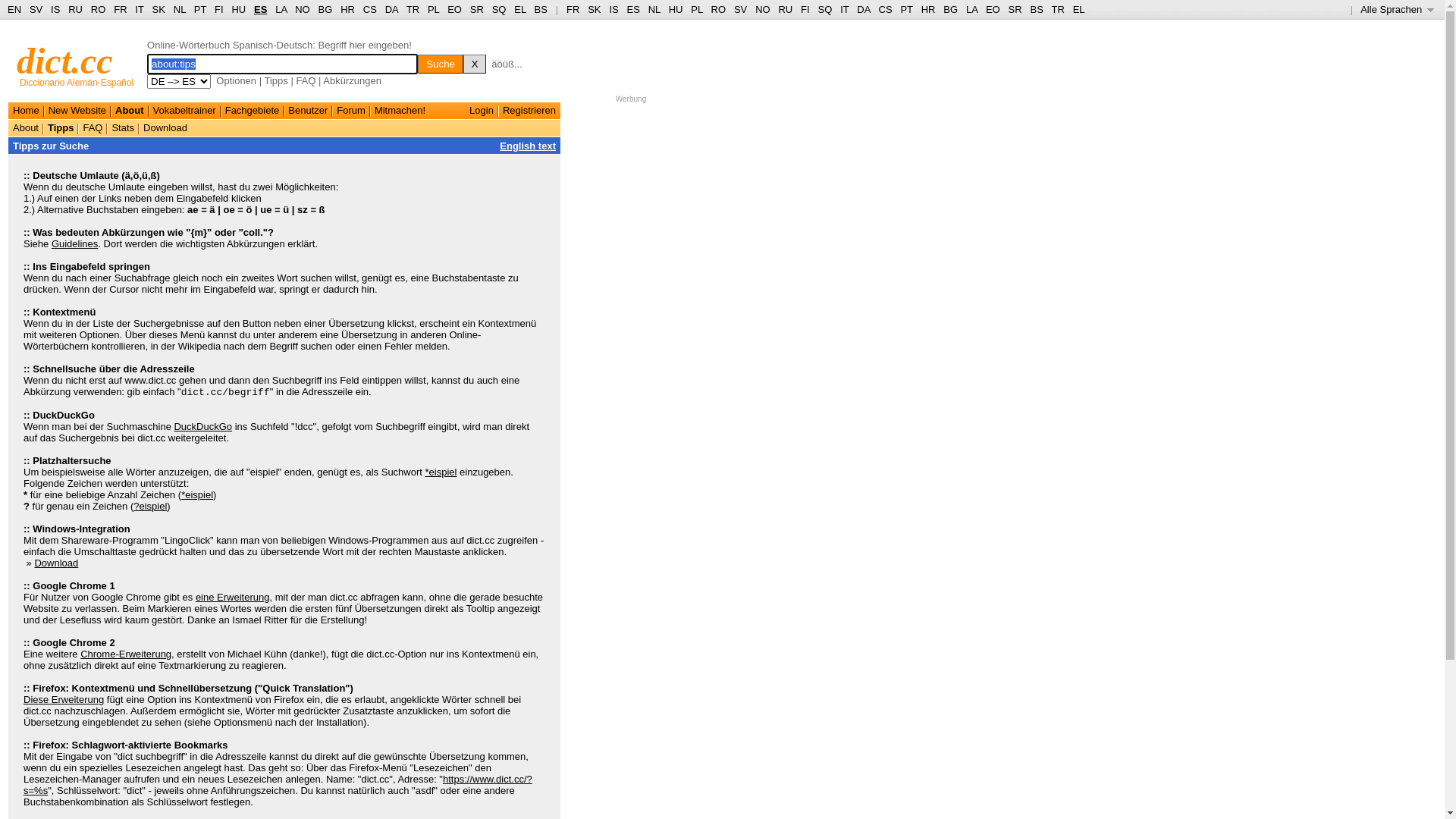  I want to click on 'CS', so click(370, 9).